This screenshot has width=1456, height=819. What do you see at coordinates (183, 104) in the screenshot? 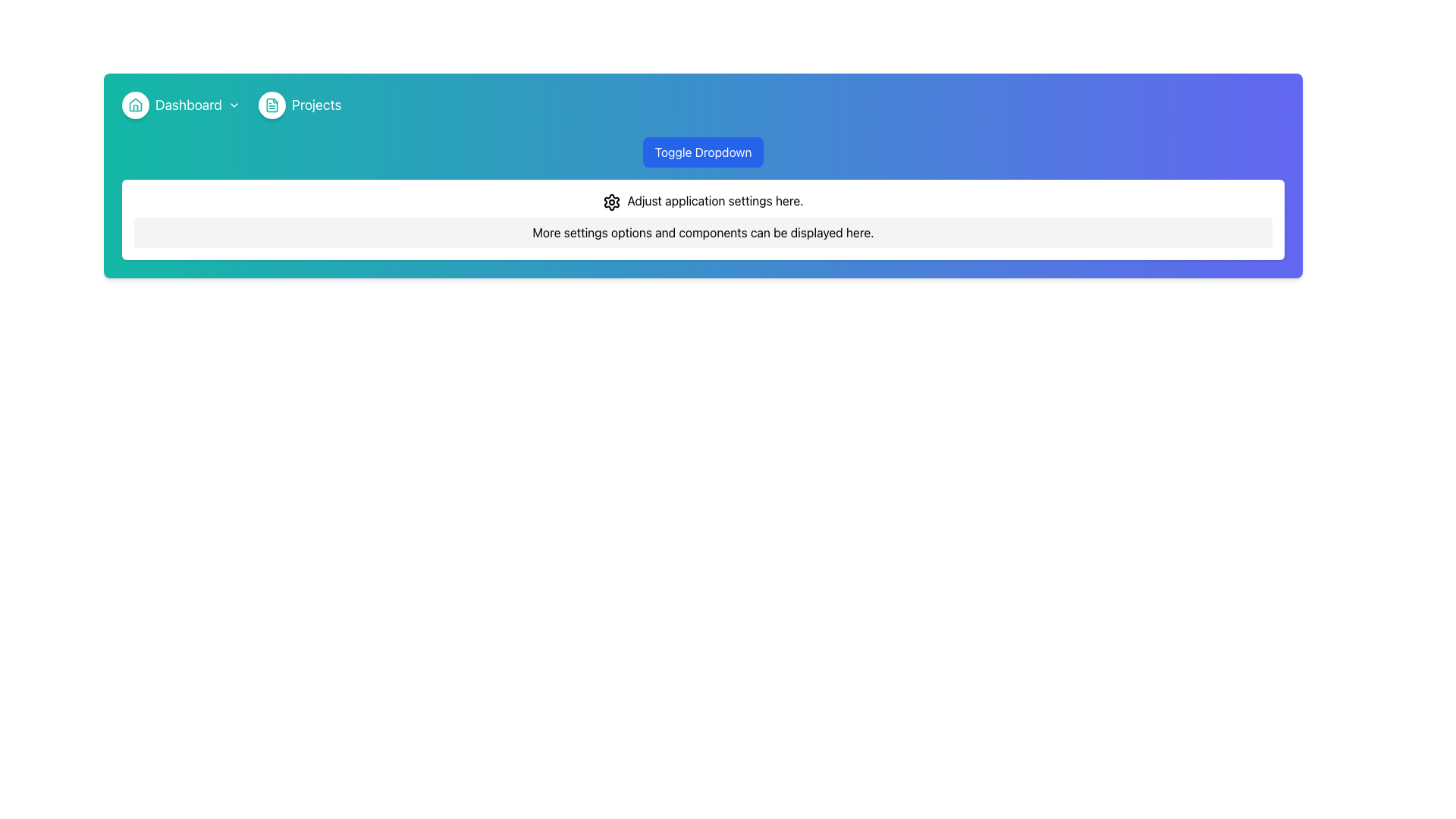
I see `the 'Dashboard' clickable link in the upper-left section of the navigation bar` at bounding box center [183, 104].